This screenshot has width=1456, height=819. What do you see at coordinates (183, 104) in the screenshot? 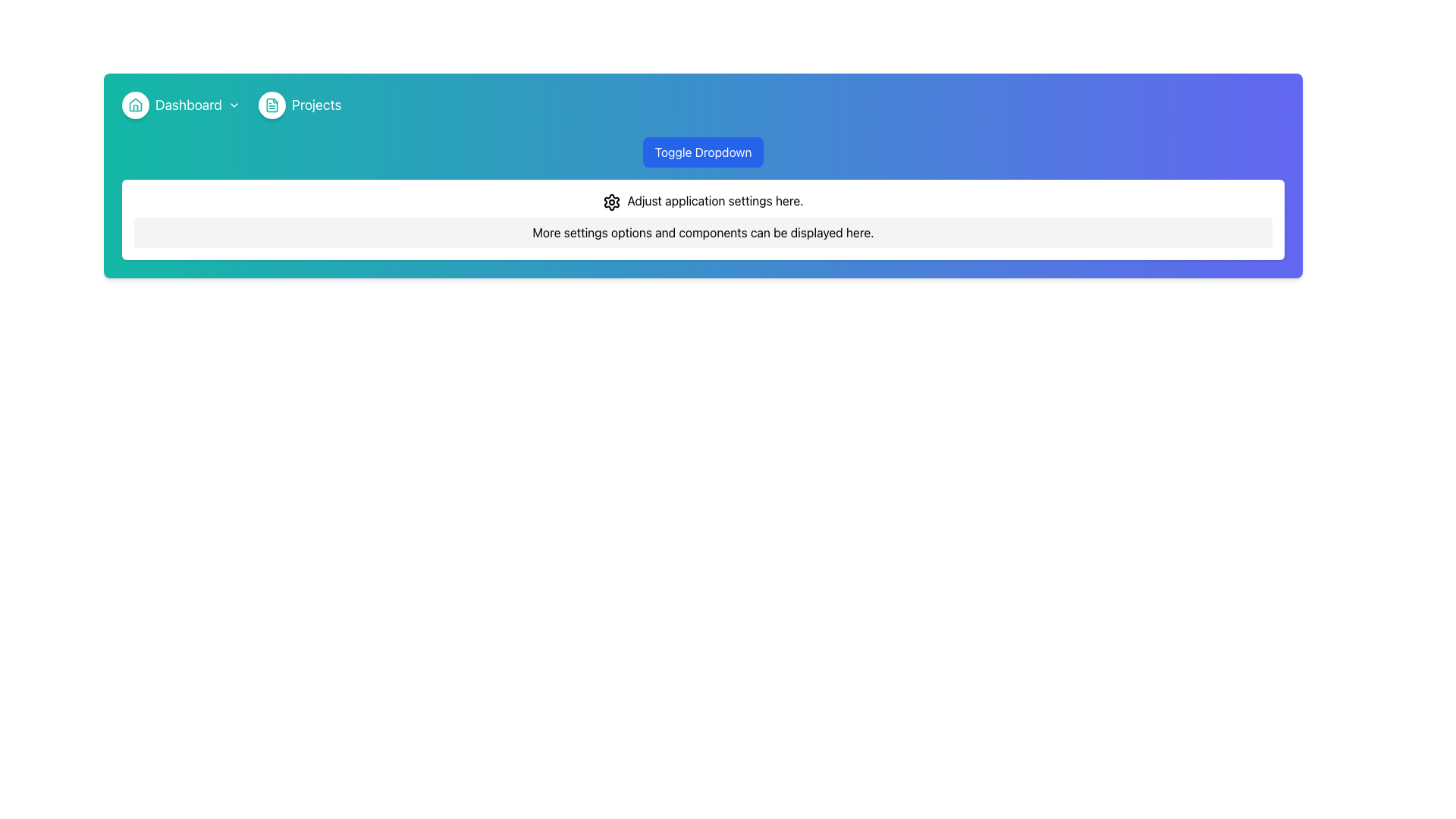
I see `the 'Dashboard' clickable link in the upper-left section of the navigation bar` at bounding box center [183, 104].